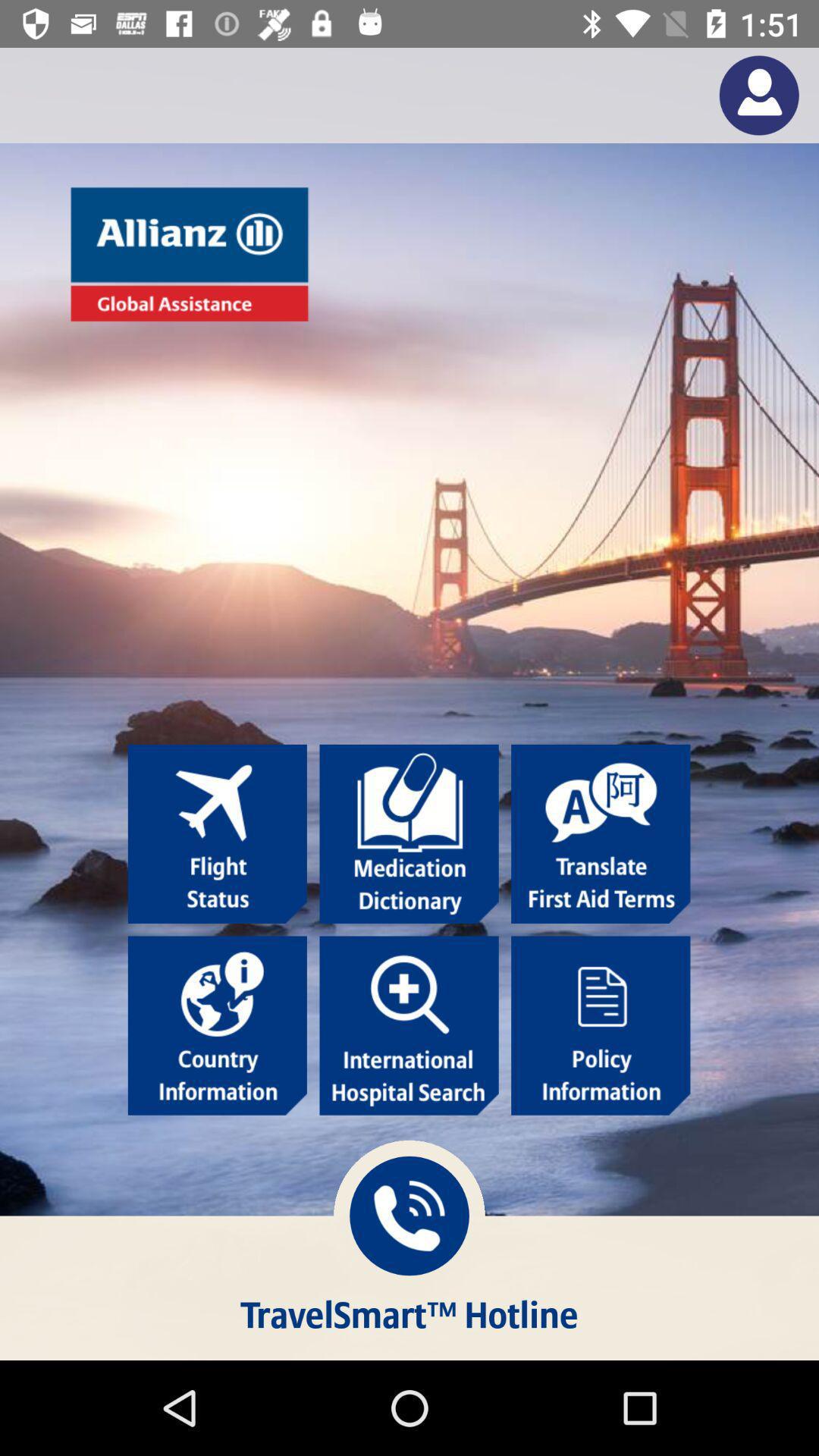 Image resolution: width=819 pixels, height=1456 pixels. What do you see at coordinates (759, 94) in the screenshot?
I see `profile` at bounding box center [759, 94].